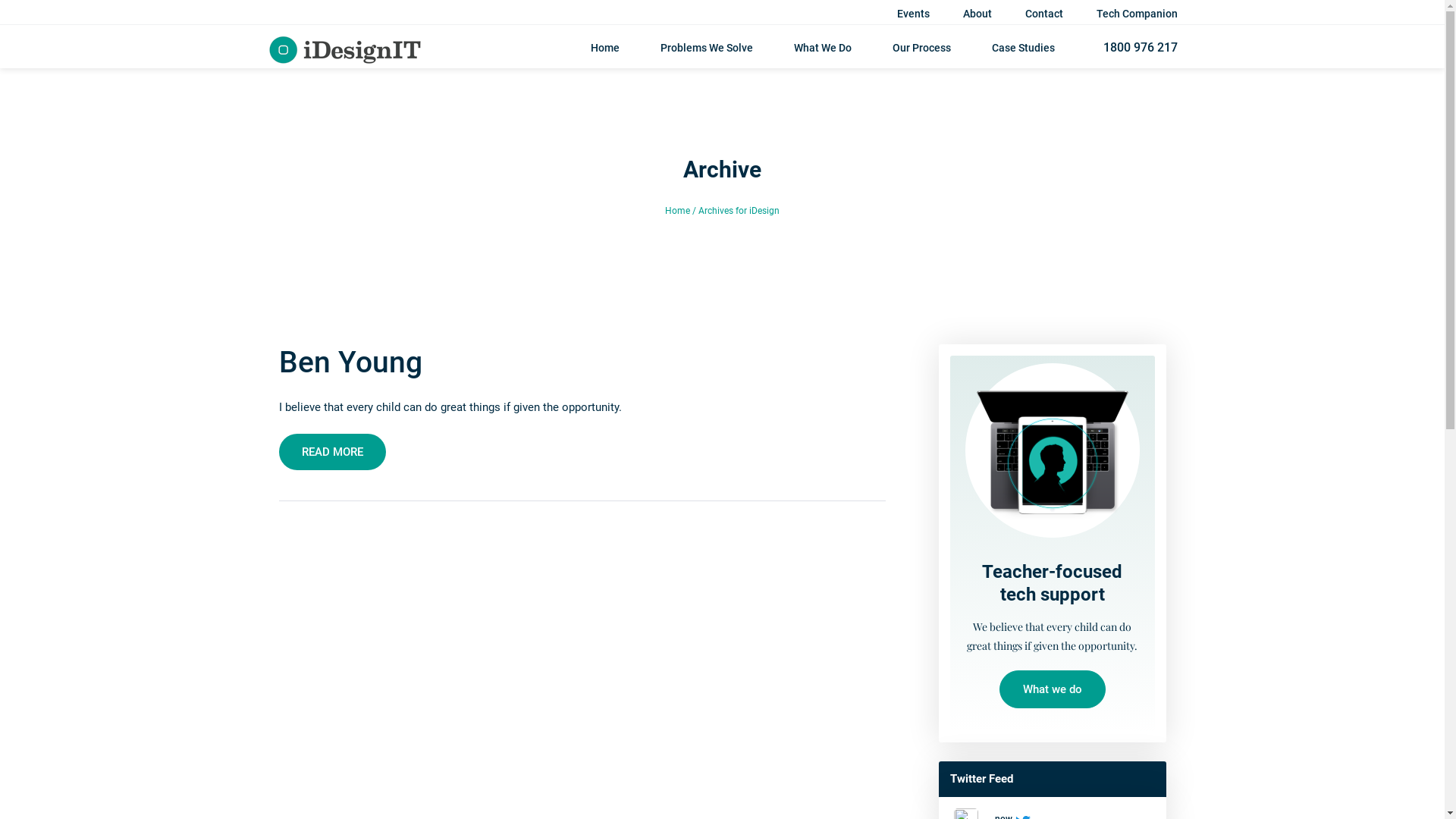  What do you see at coordinates (912, 14) in the screenshot?
I see `'Events'` at bounding box center [912, 14].